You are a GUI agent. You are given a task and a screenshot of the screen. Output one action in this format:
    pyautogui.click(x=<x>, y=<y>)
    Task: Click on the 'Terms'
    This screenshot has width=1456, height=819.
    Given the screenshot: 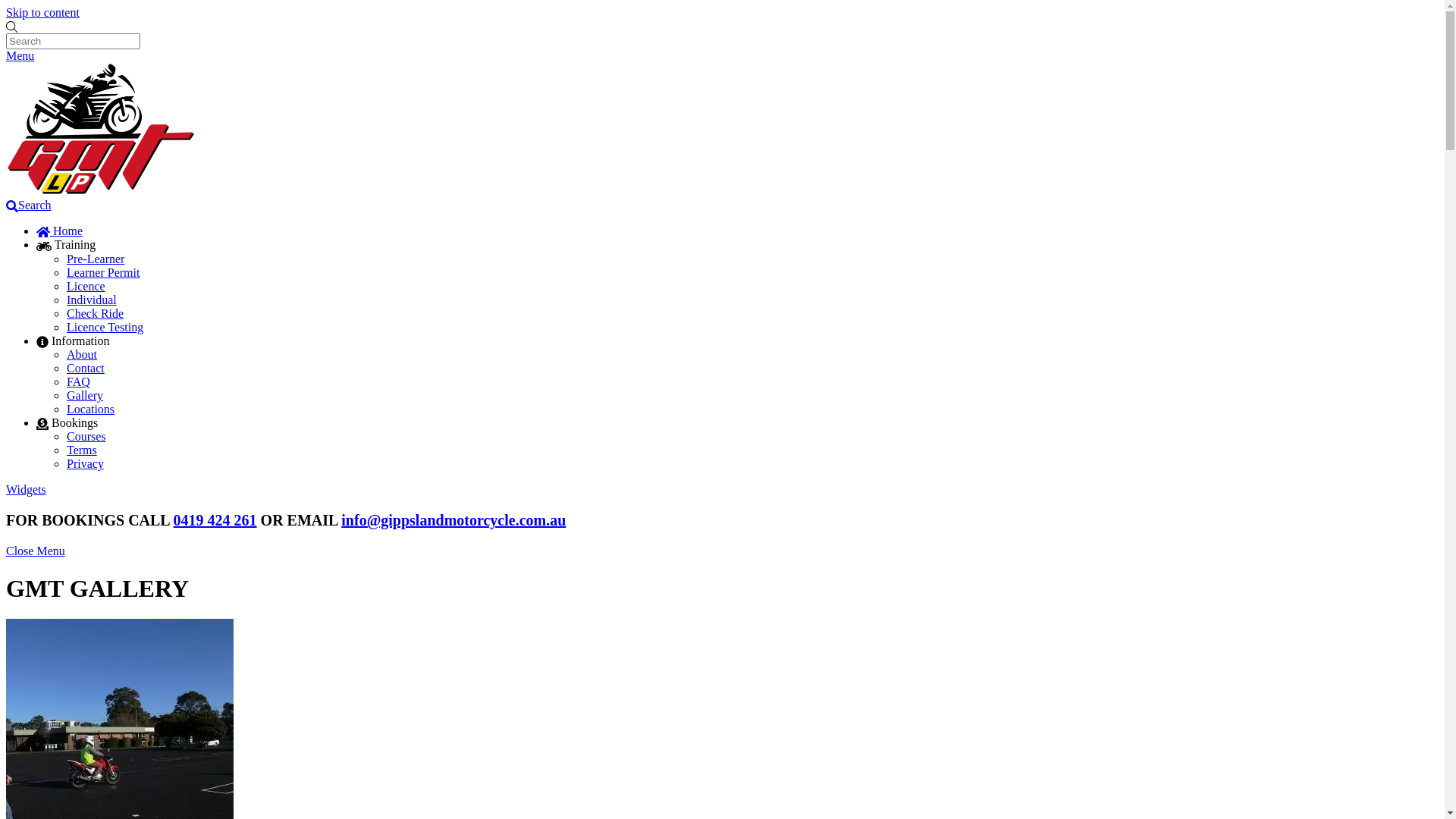 What is the action you would take?
    pyautogui.click(x=80, y=449)
    